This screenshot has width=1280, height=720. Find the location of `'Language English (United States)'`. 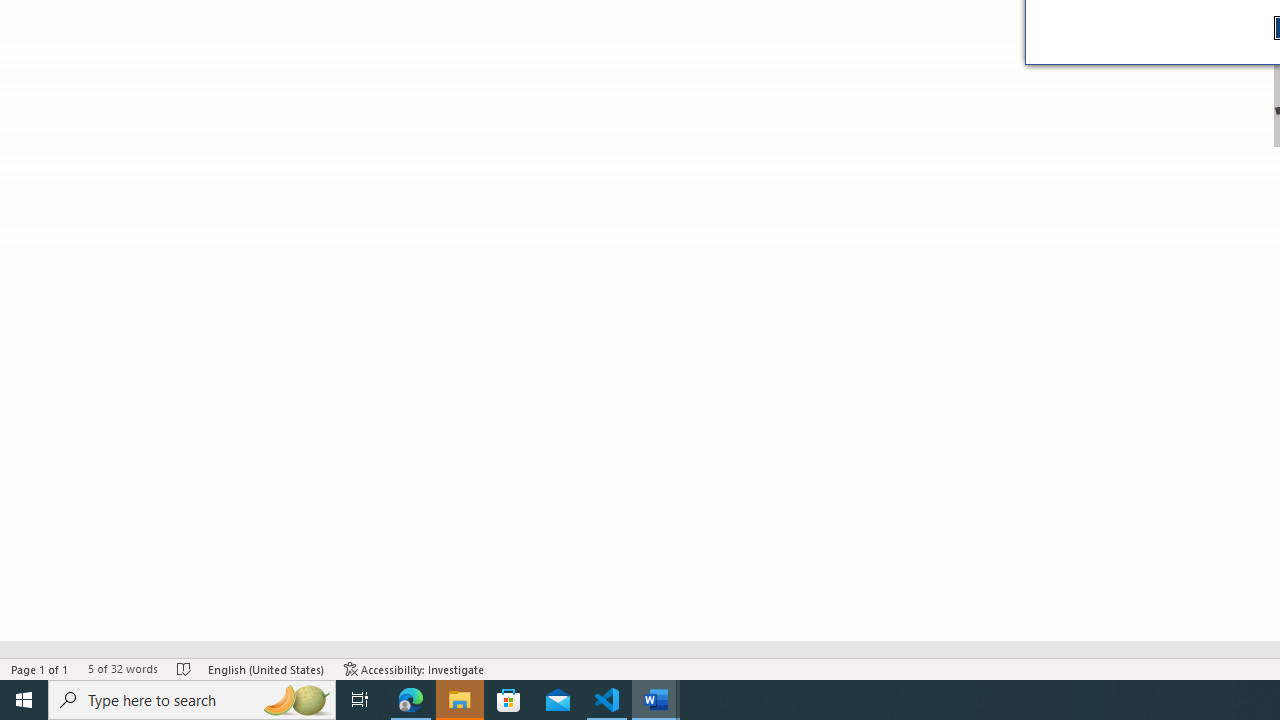

'Language English (United States)' is located at coordinates (265, 669).